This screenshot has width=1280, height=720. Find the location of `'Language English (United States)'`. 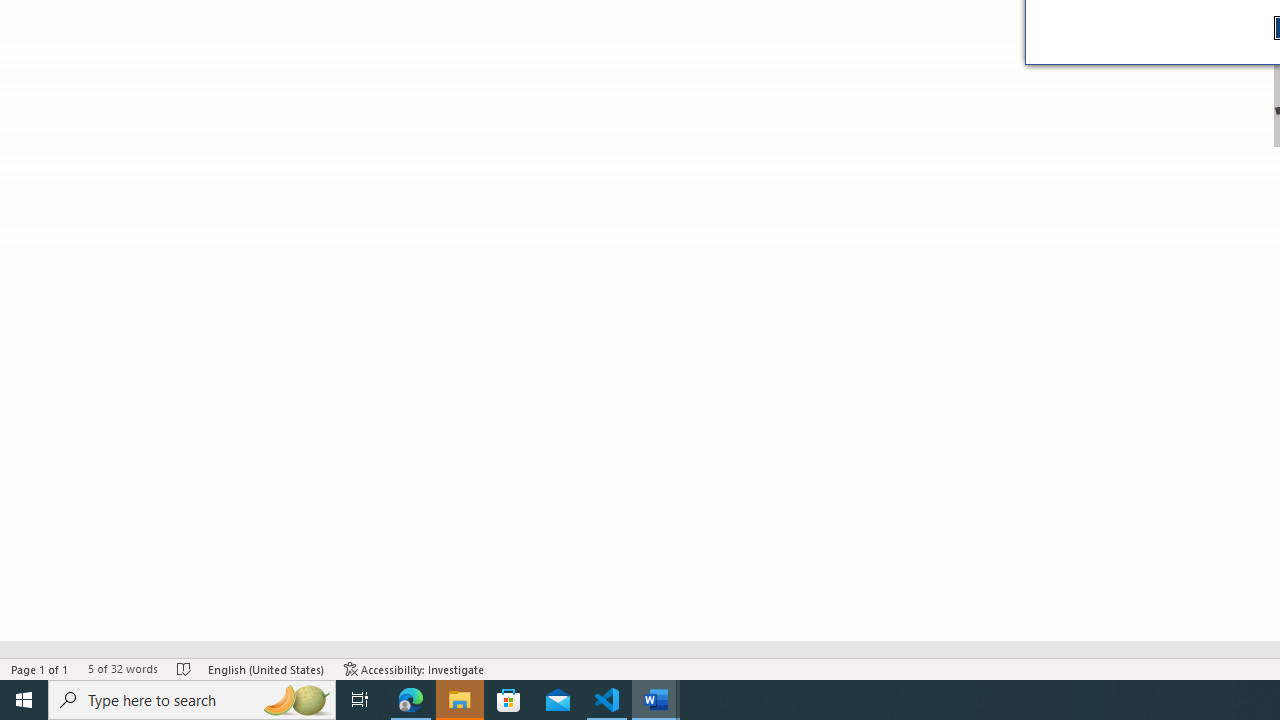

'Language English (United States)' is located at coordinates (265, 669).